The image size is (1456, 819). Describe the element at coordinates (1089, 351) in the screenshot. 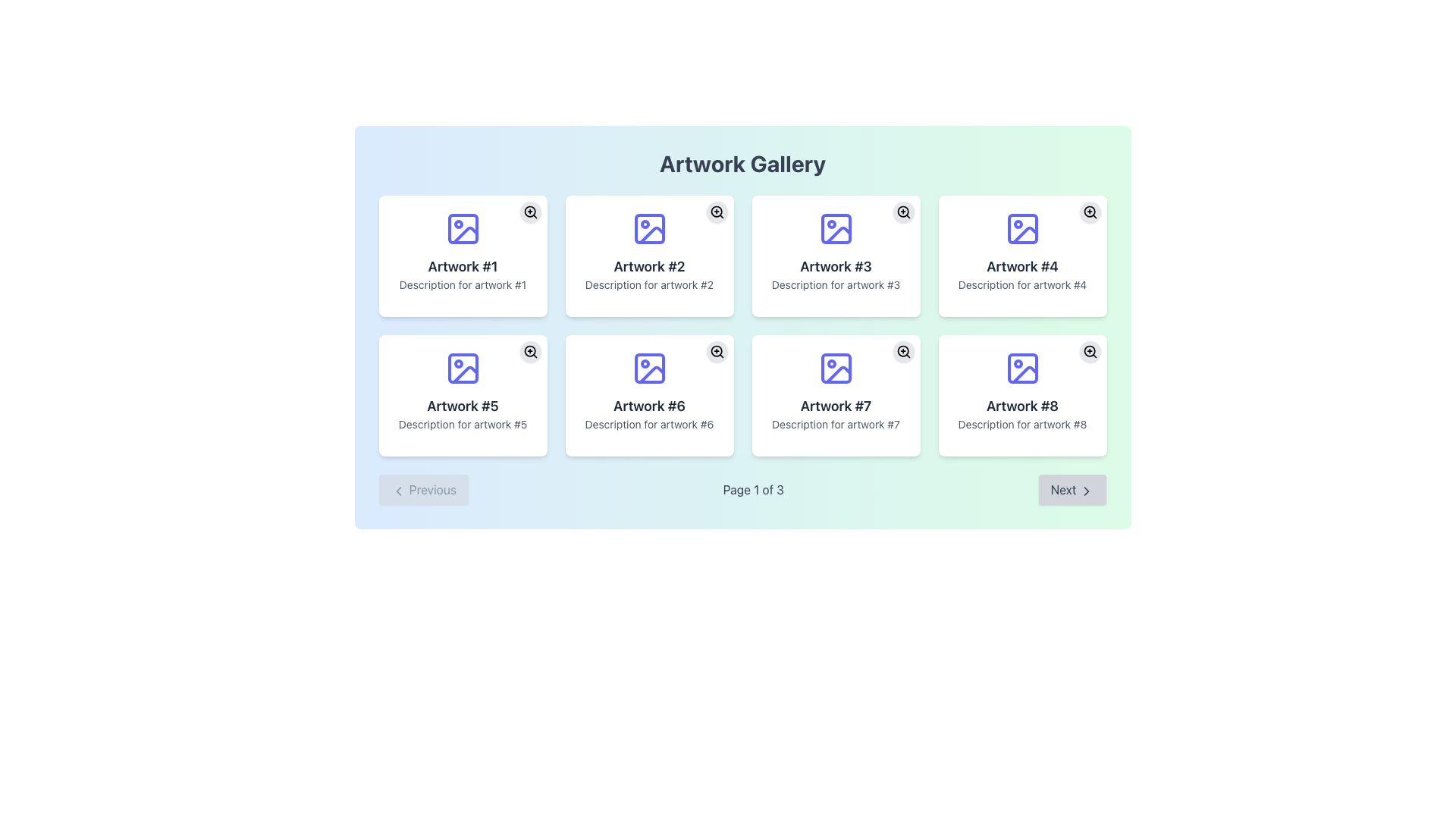

I see `the button located in the bottom-right corner of the 'Artwork #8' card to zoom into the artwork` at that location.